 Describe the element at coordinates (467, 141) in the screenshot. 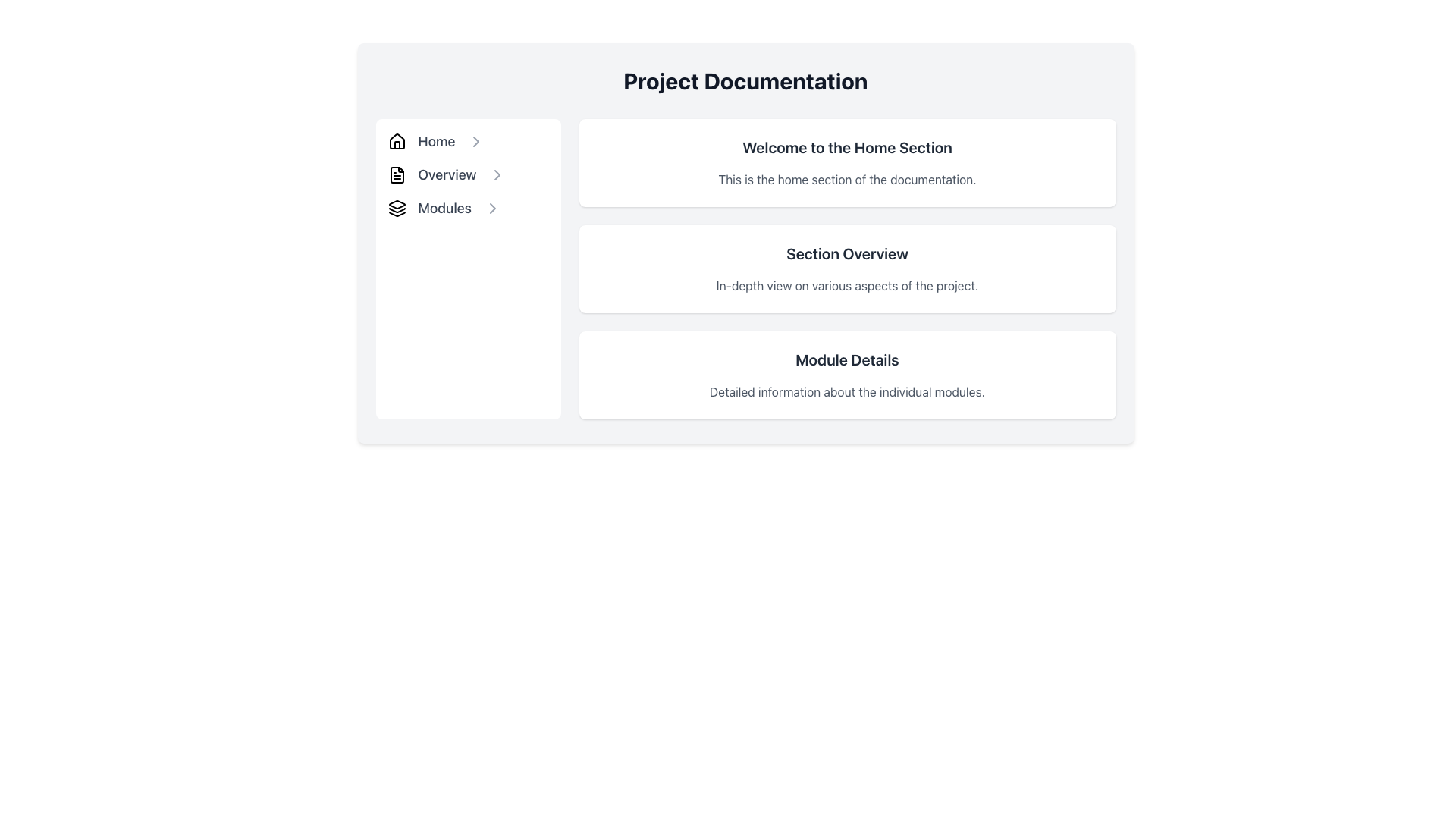

I see `the first menu item in the sidebar` at that location.